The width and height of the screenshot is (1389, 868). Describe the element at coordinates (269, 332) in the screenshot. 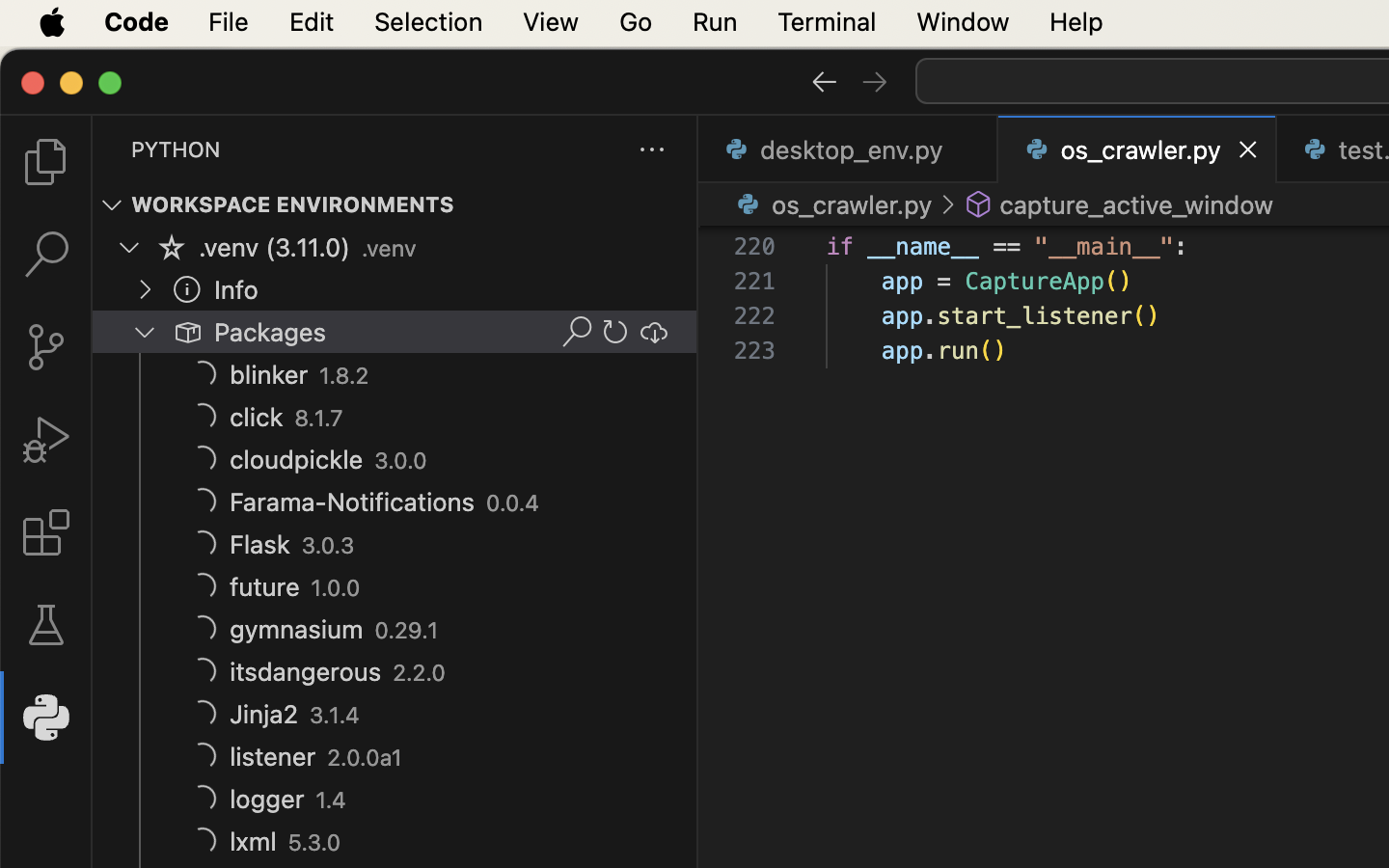

I see `'Packages'` at that location.